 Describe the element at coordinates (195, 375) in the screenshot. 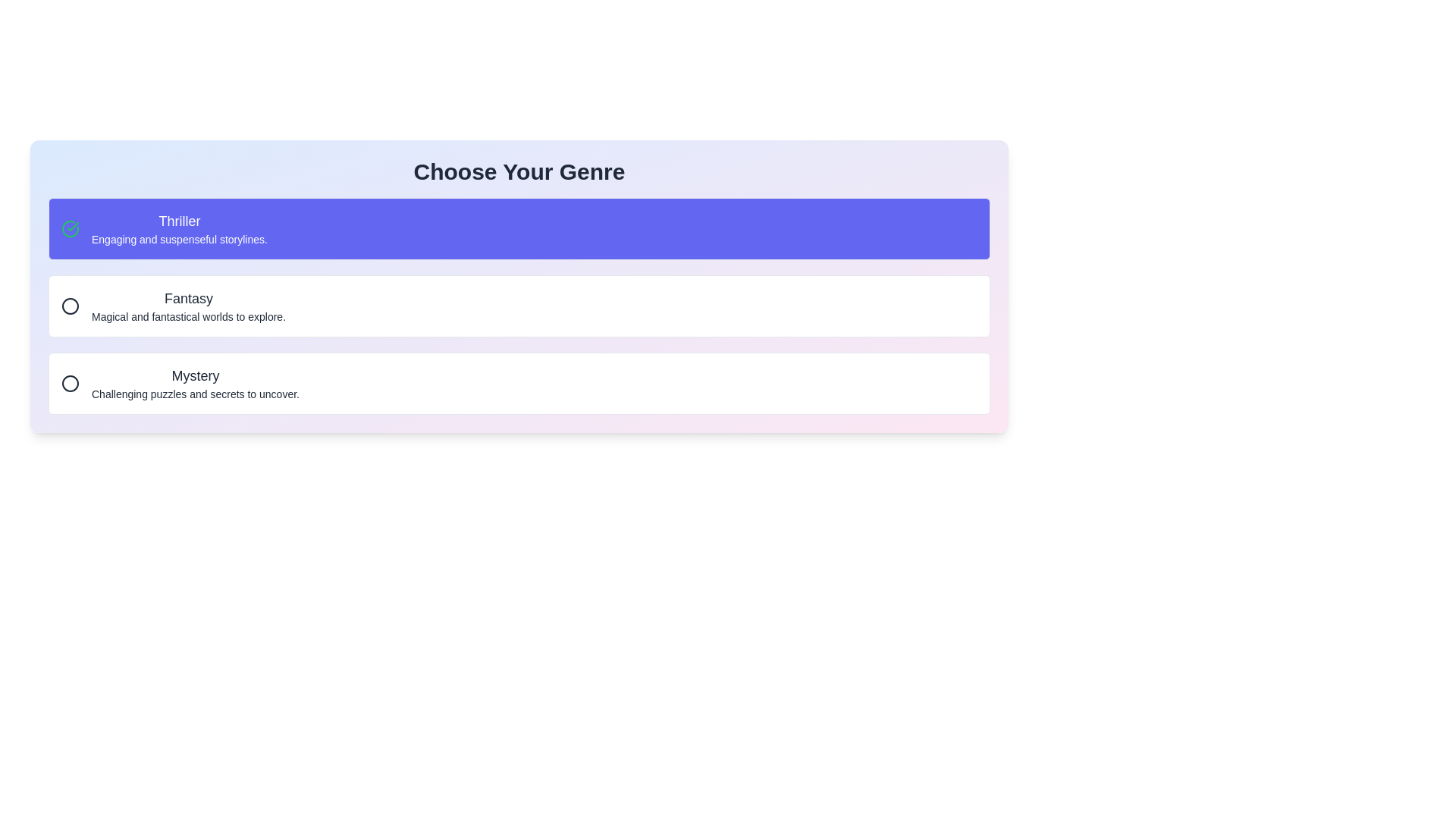

I see `the static text label for the 'Mystery' genre option, which is located in the third position of the genre selection list, directly under 'Fantasy'` at that location.